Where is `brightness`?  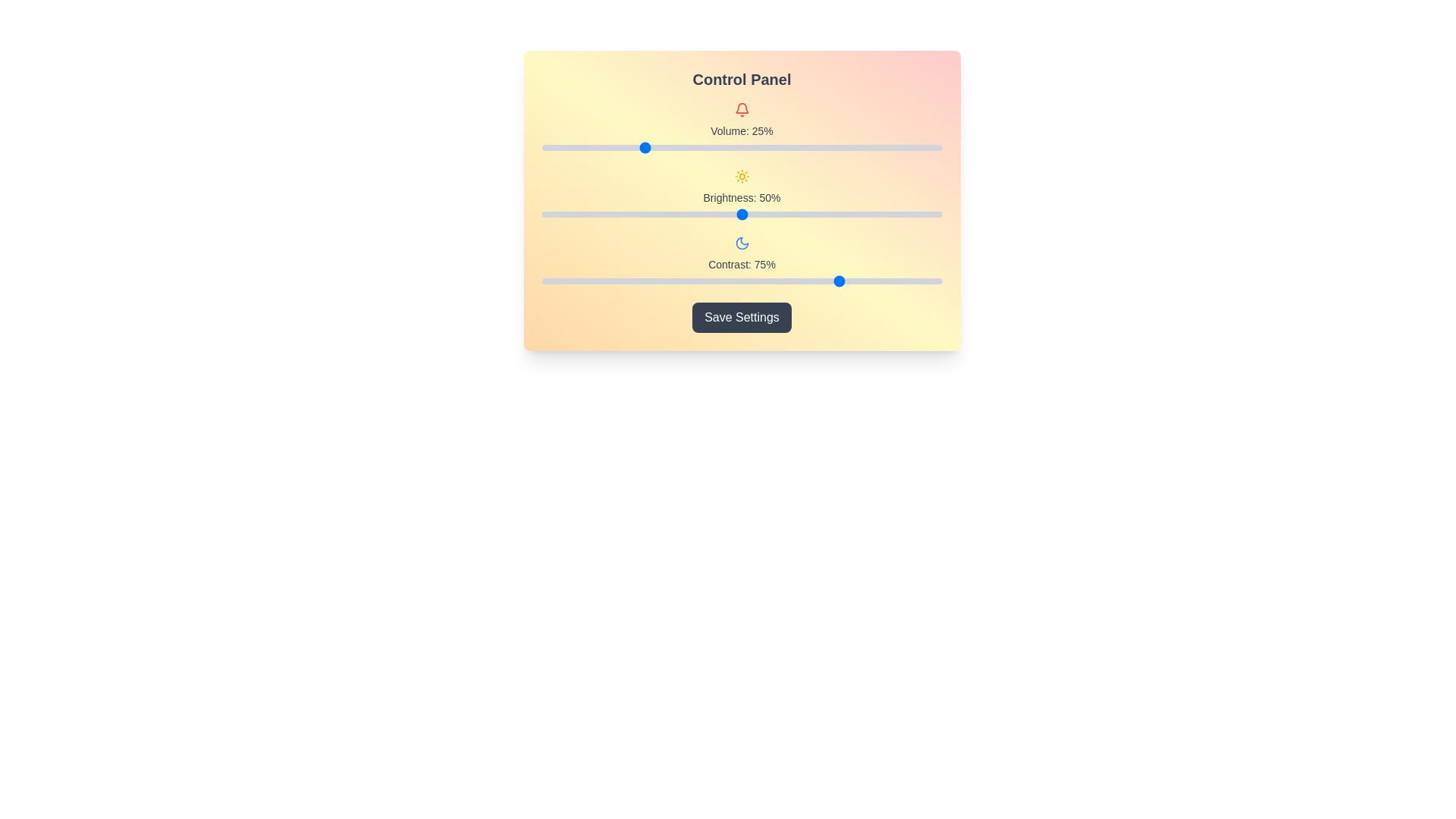 brightness is located at coordinates (613, 214).